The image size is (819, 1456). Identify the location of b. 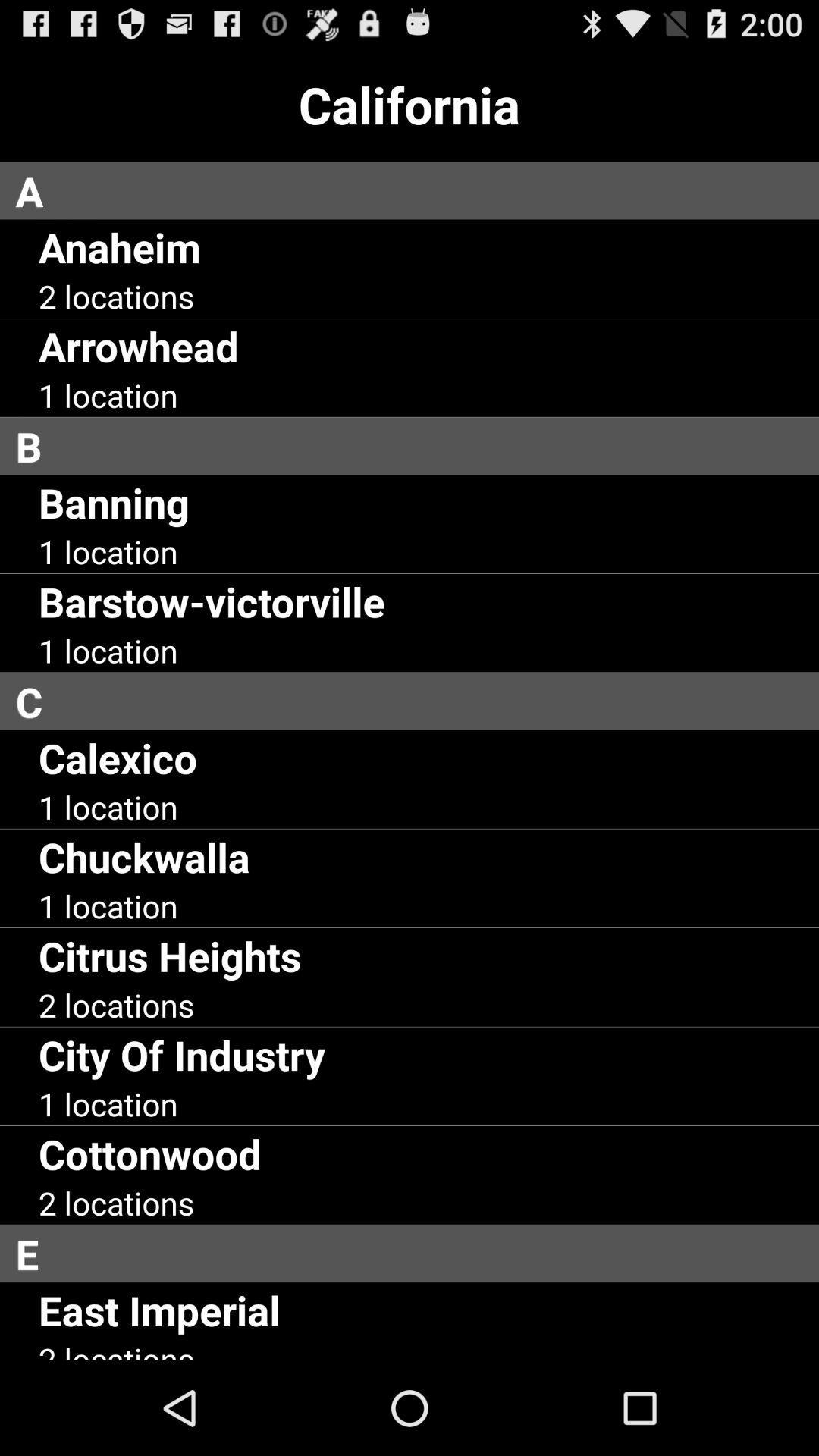
(417, 445).